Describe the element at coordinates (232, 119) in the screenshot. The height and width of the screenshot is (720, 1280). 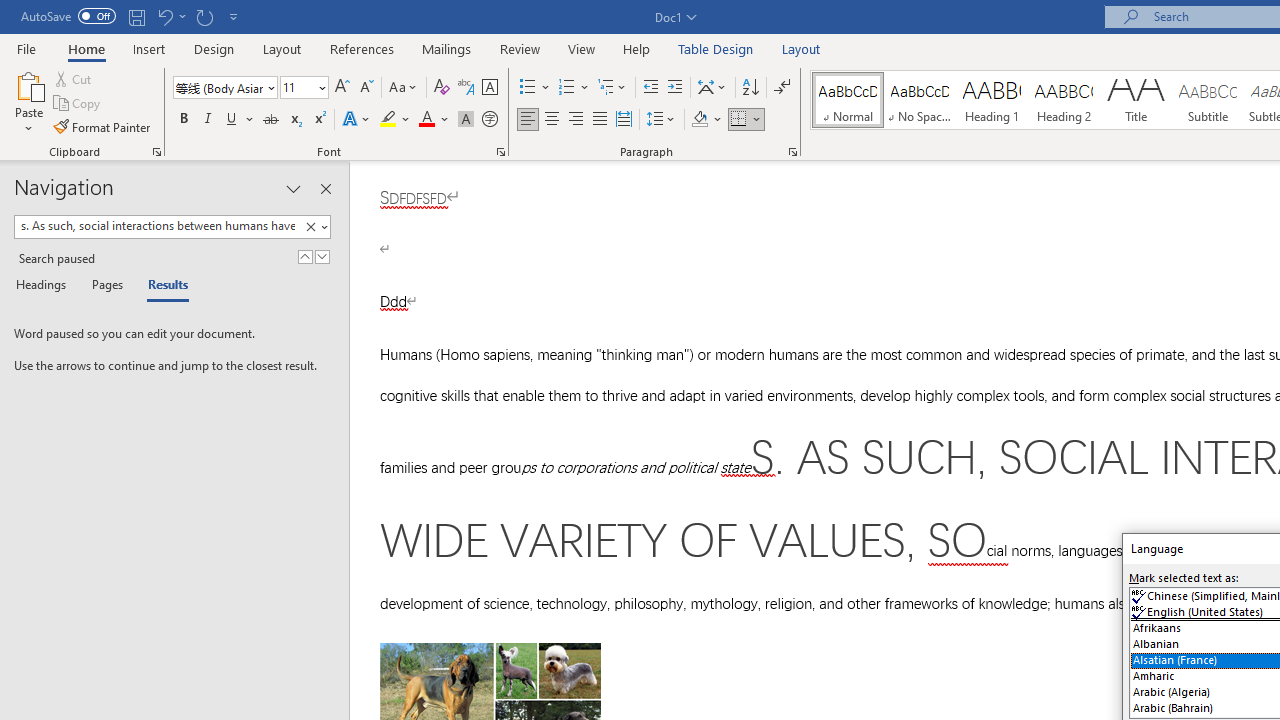
I see `'Underline'` at that location.